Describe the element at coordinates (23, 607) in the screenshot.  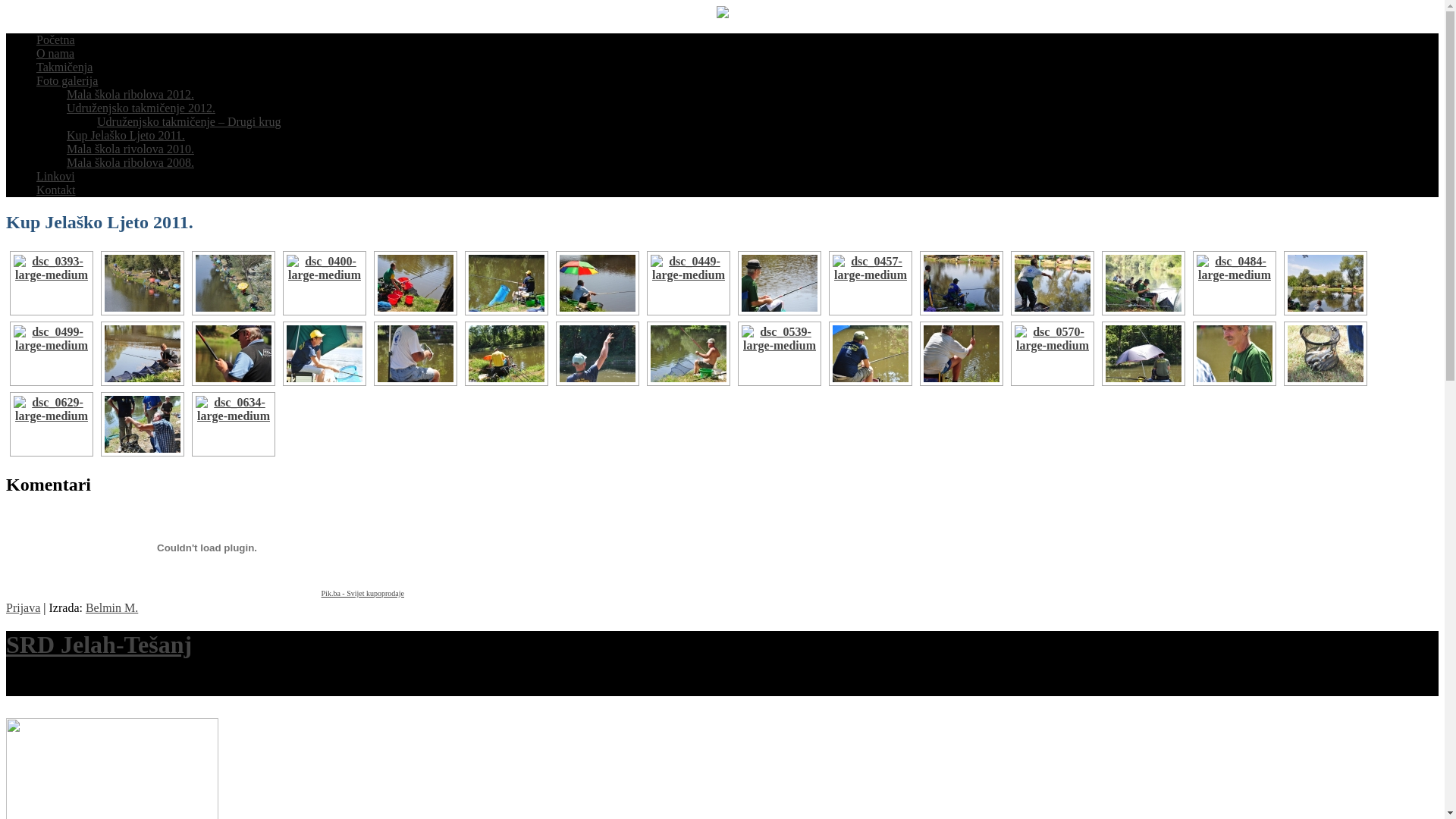
I see `'Prijava'` at that location.